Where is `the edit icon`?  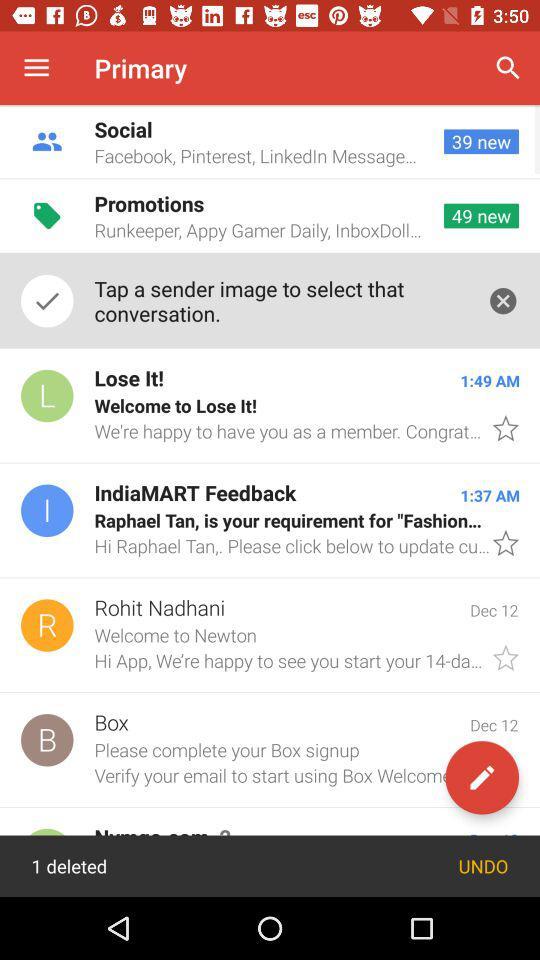
the edit icon is located at coordinates (481, 776).